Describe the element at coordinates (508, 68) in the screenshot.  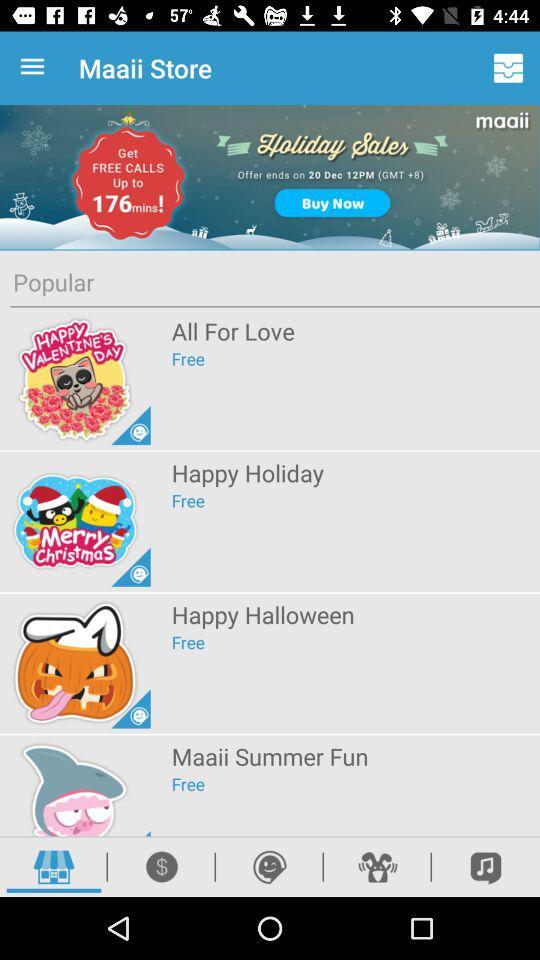
I see `app to the right of maaii store app` at that location.